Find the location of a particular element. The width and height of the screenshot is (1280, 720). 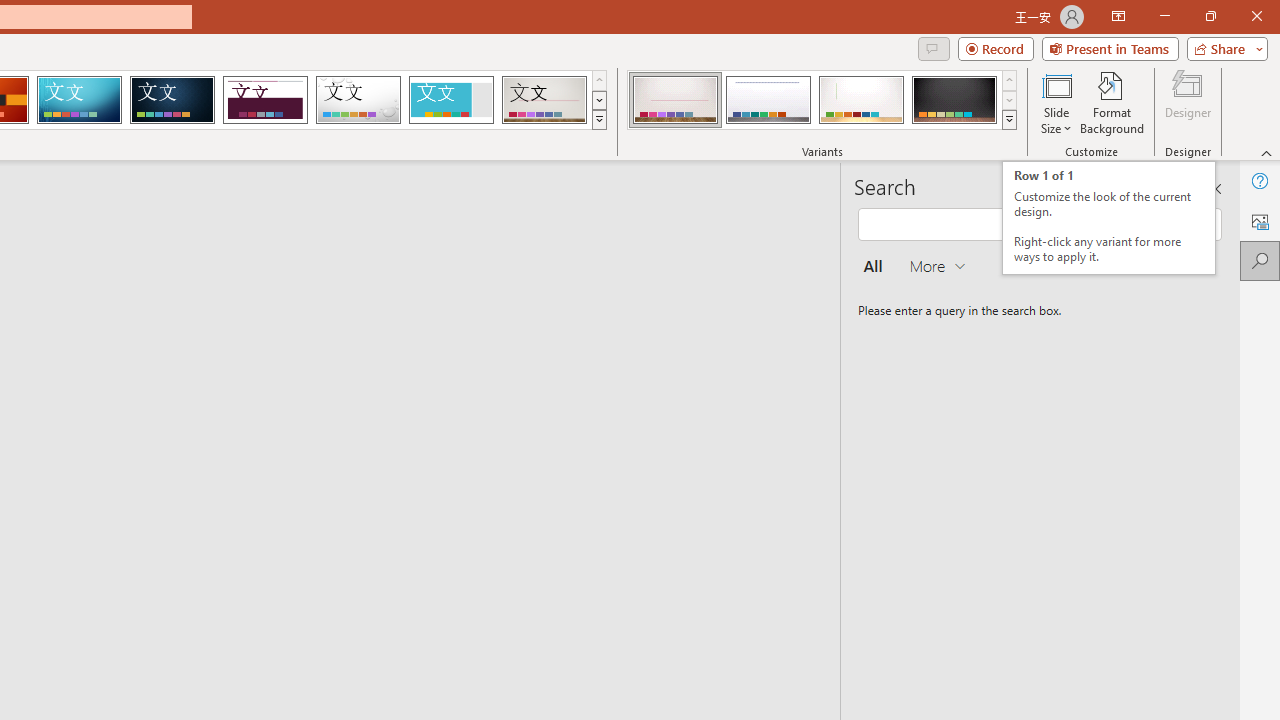

'Gallery Variant 4' is located at coordinates (953, 100).